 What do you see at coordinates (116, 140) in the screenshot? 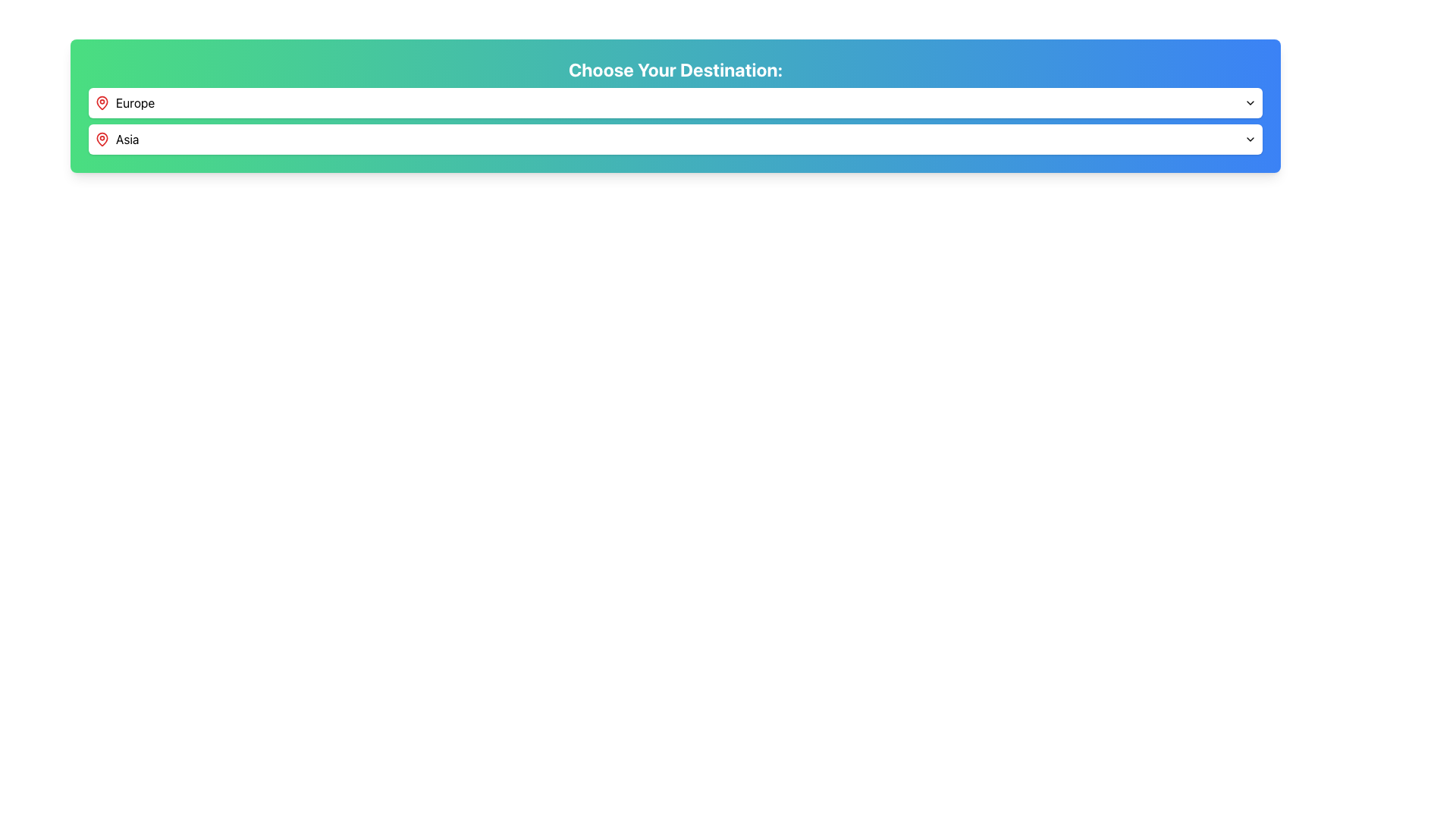
I see `the 'Asia' label in the dropdown list` at bounding box center [116, 140].